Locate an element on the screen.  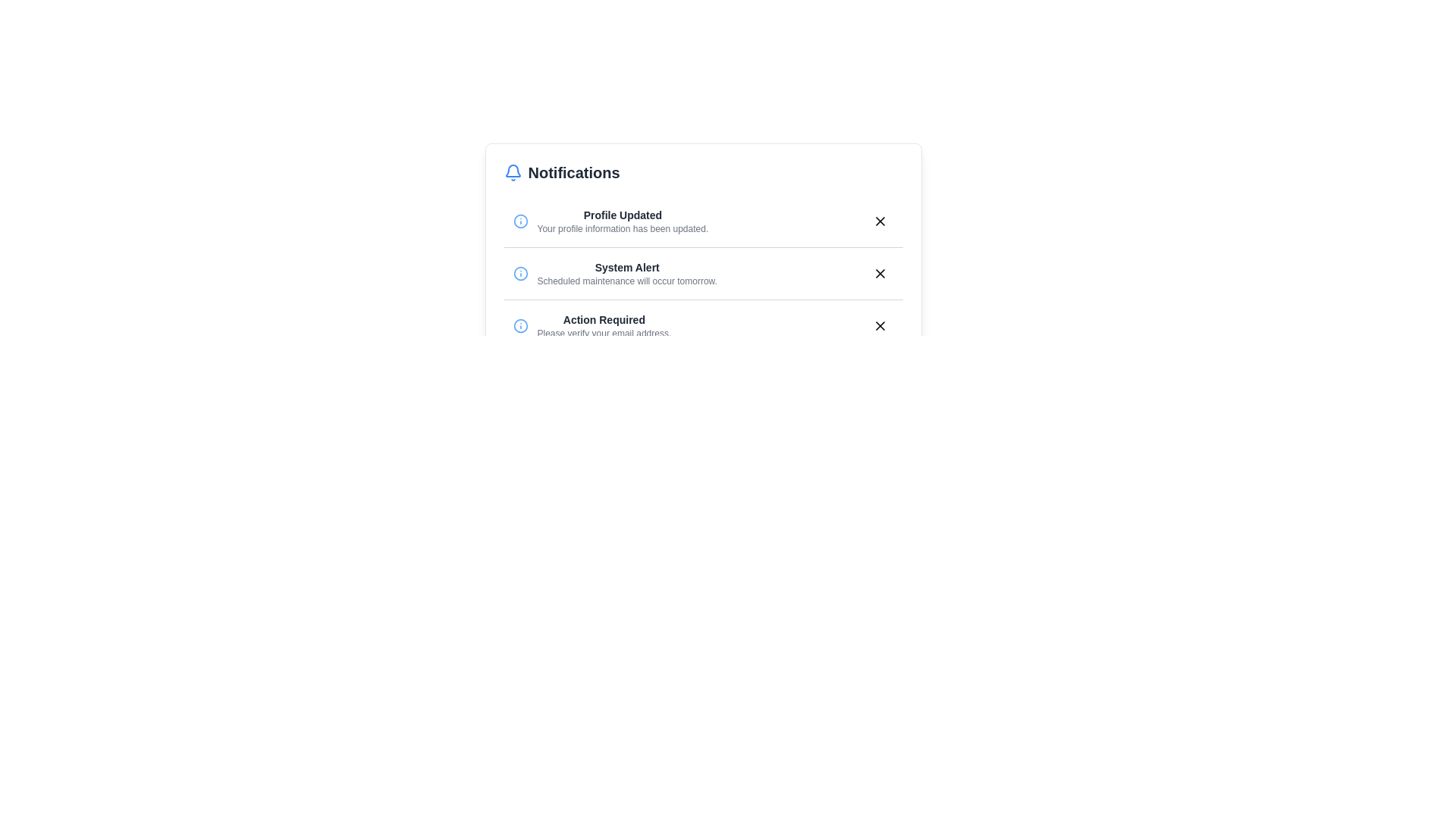
the notification item that informs users about scheduled maintenance is located at coordinates (702, 273).